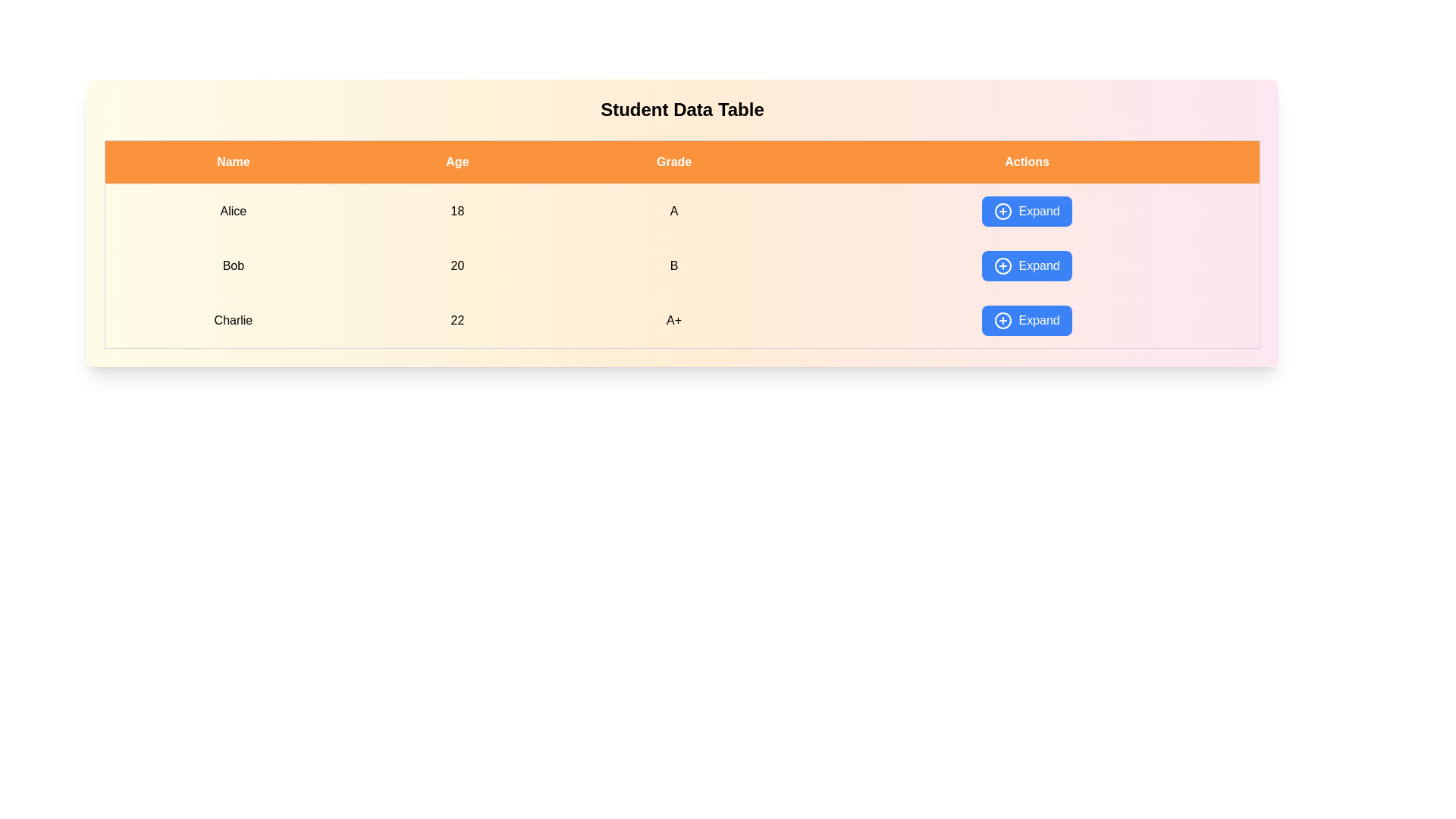  Describe the element at coordinates (1027, 265) in the screenshot. I see `the second 'Expand' button in the 'Actions' column associated with the 'Bob' entry` at that location.